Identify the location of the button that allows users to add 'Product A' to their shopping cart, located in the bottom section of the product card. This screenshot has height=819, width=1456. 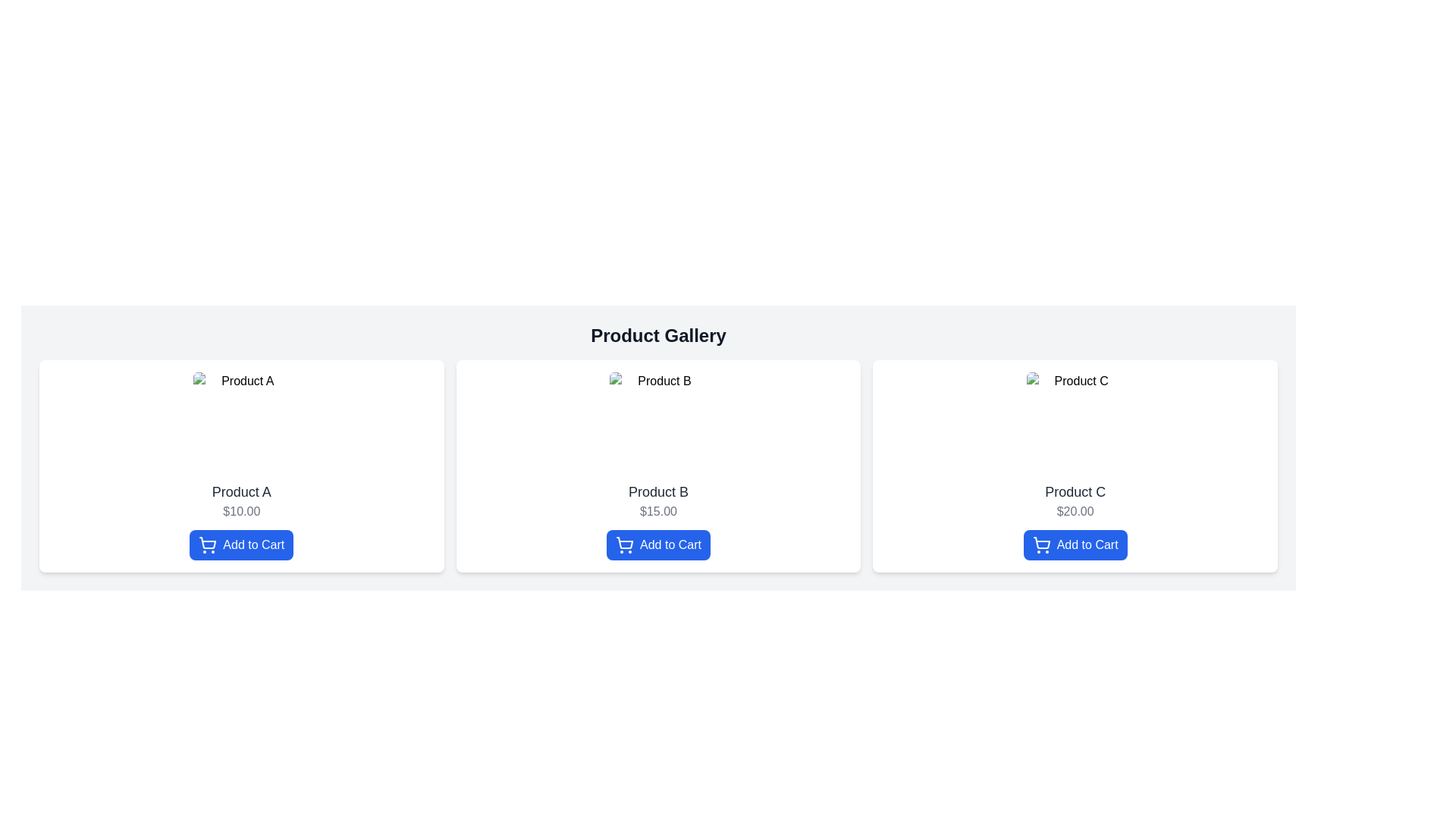
(240, 544).